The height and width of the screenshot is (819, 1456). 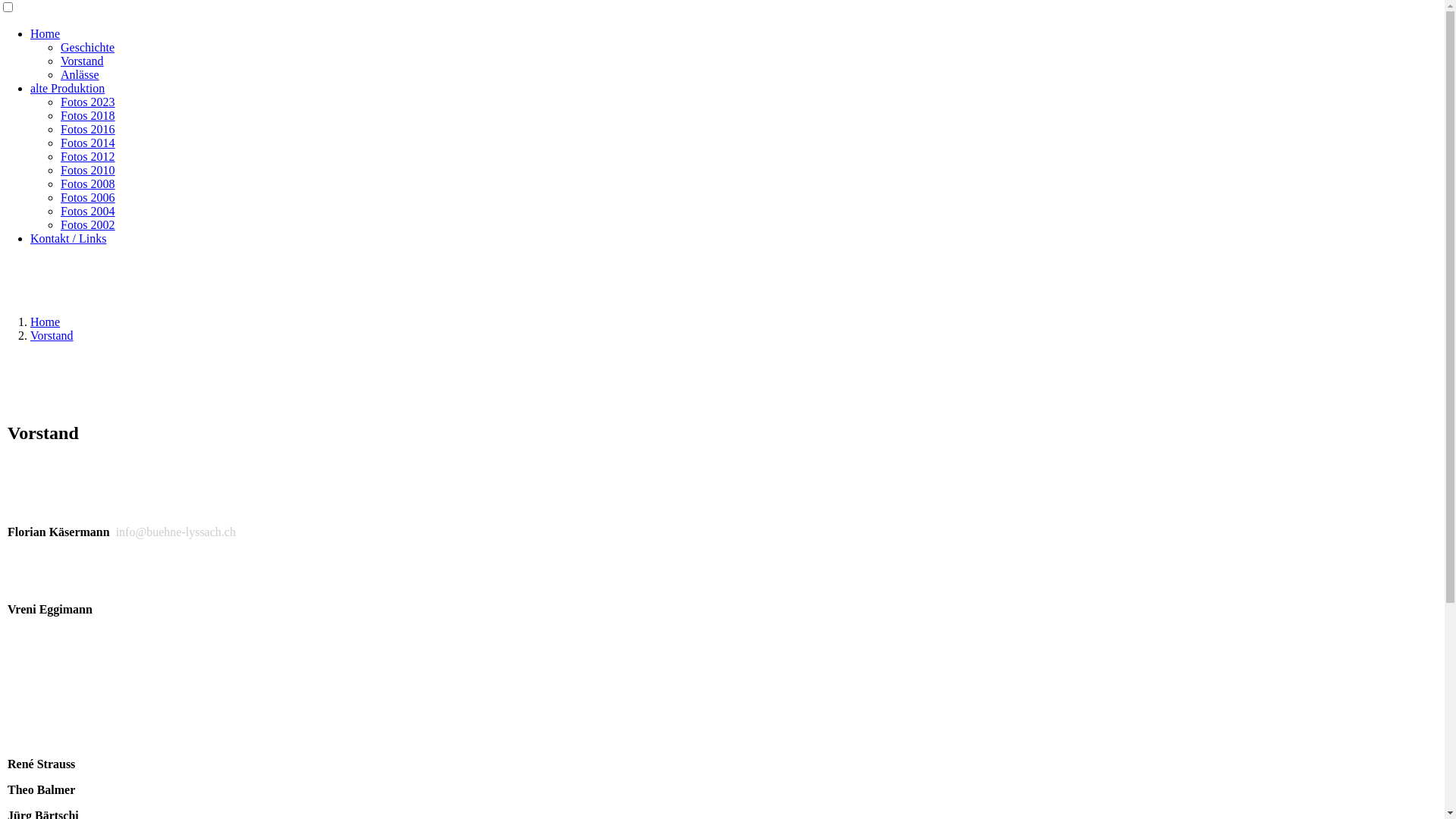 I want to click on 'Home', so click(x=45, y=321).